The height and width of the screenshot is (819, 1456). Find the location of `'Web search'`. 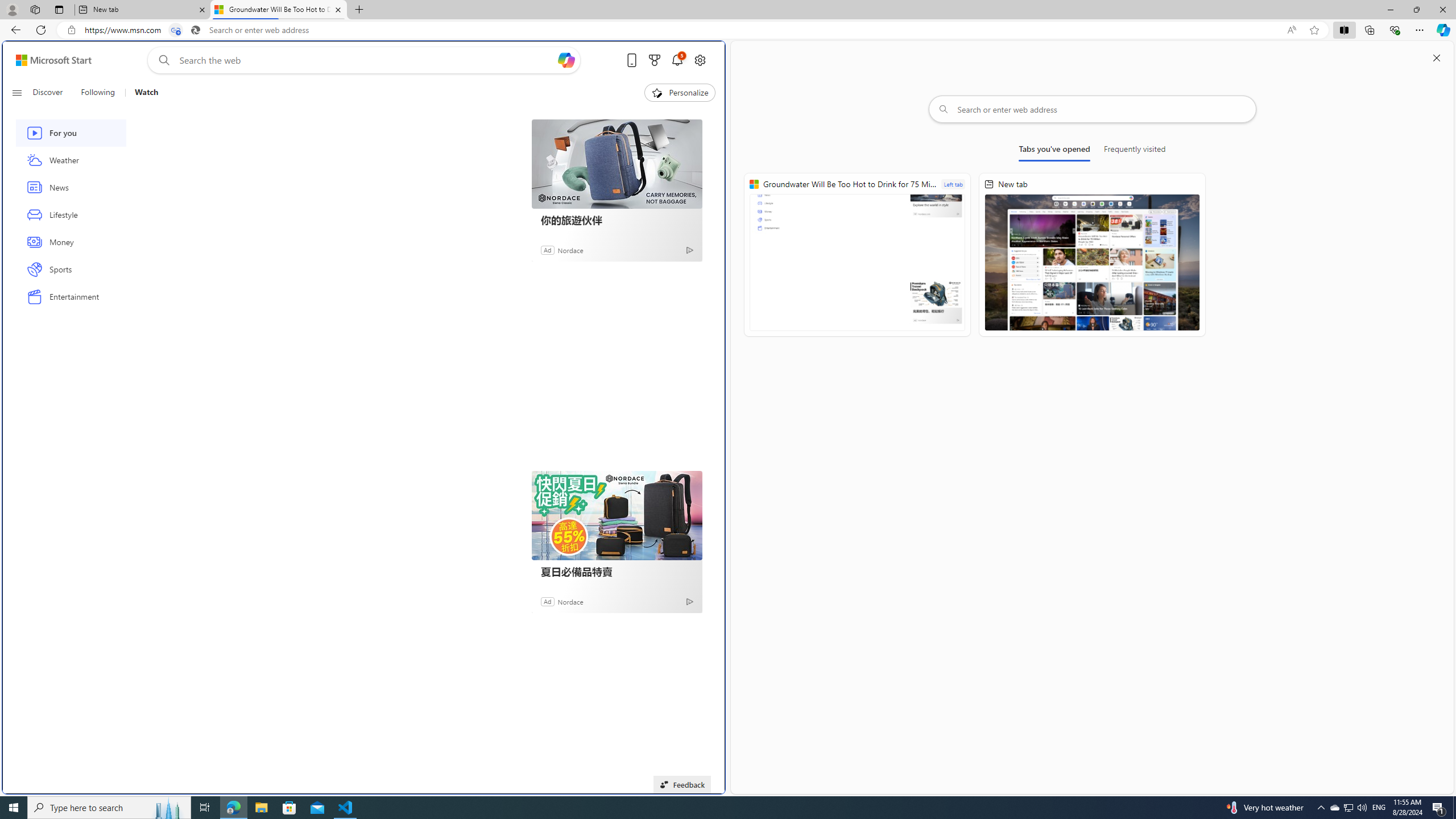

'Web search' is located at coordinates (162, 60).